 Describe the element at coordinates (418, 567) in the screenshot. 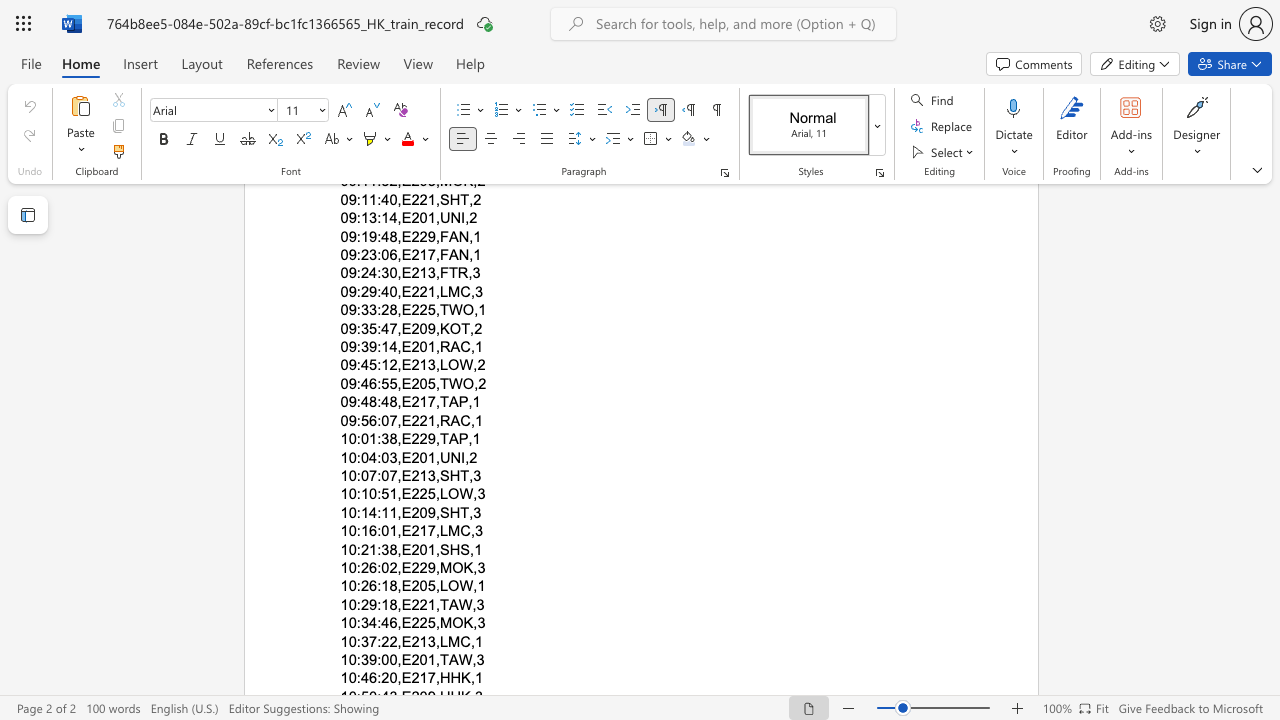

I see `the space between the continuous character "2" and "2" in the text` at that location.